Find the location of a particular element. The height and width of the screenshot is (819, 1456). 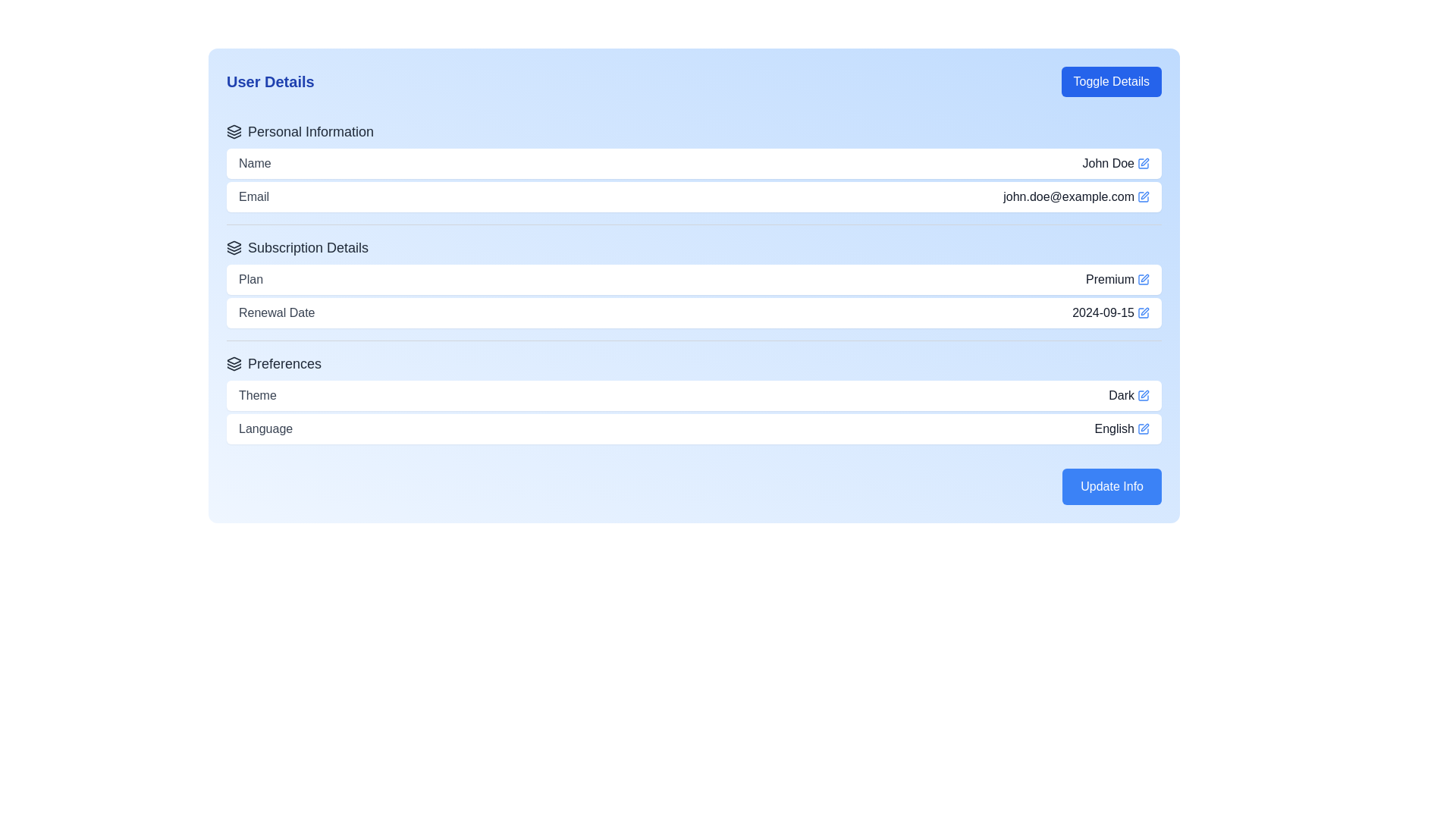

the decorative icon representing the 'Personal Information' section, located to the left of the 'Personal Information' text label in the User Details interface is located at coordinates (233, 130).